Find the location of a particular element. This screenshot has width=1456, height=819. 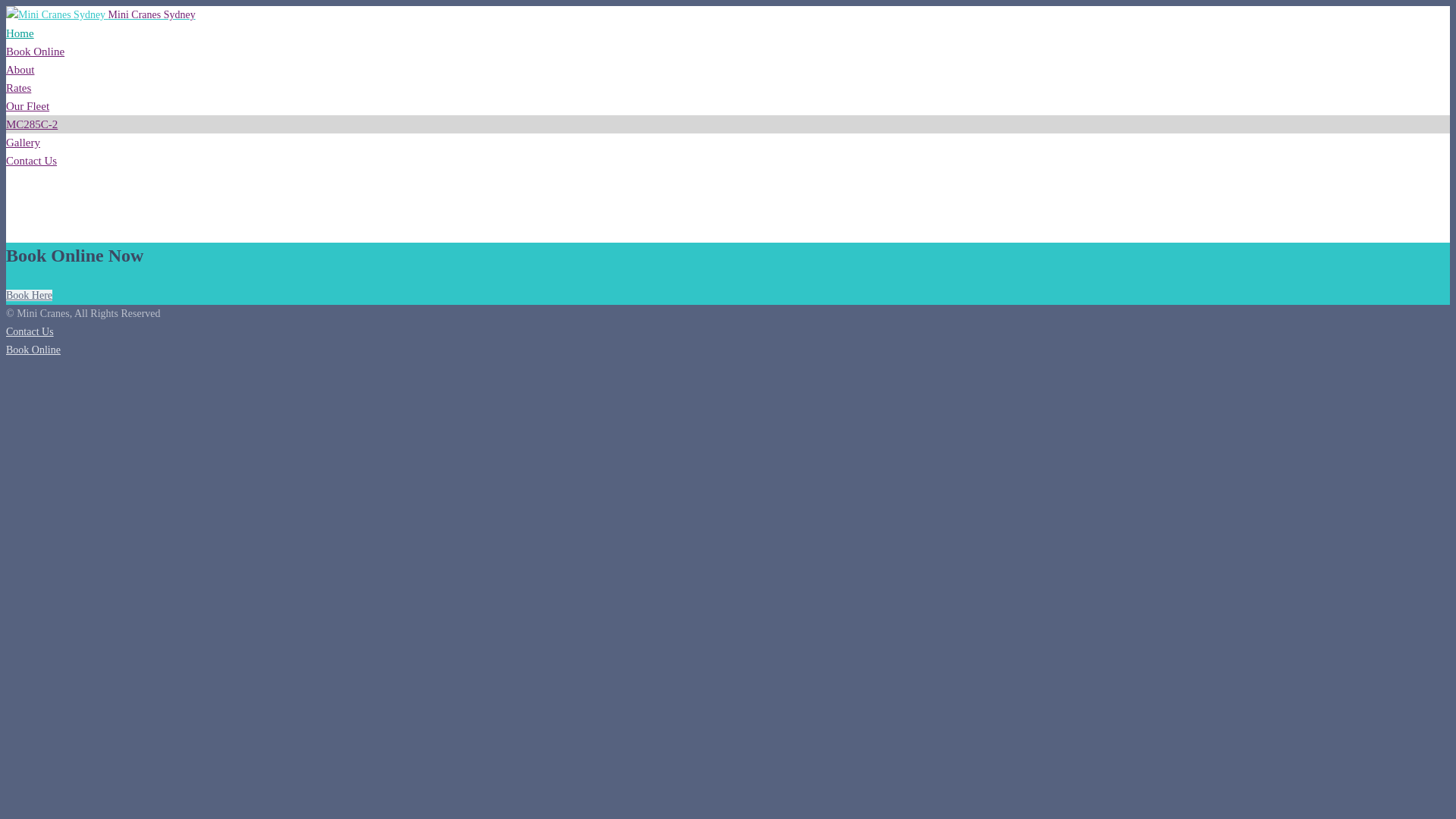

'About' is located at coordinates (6, 70).